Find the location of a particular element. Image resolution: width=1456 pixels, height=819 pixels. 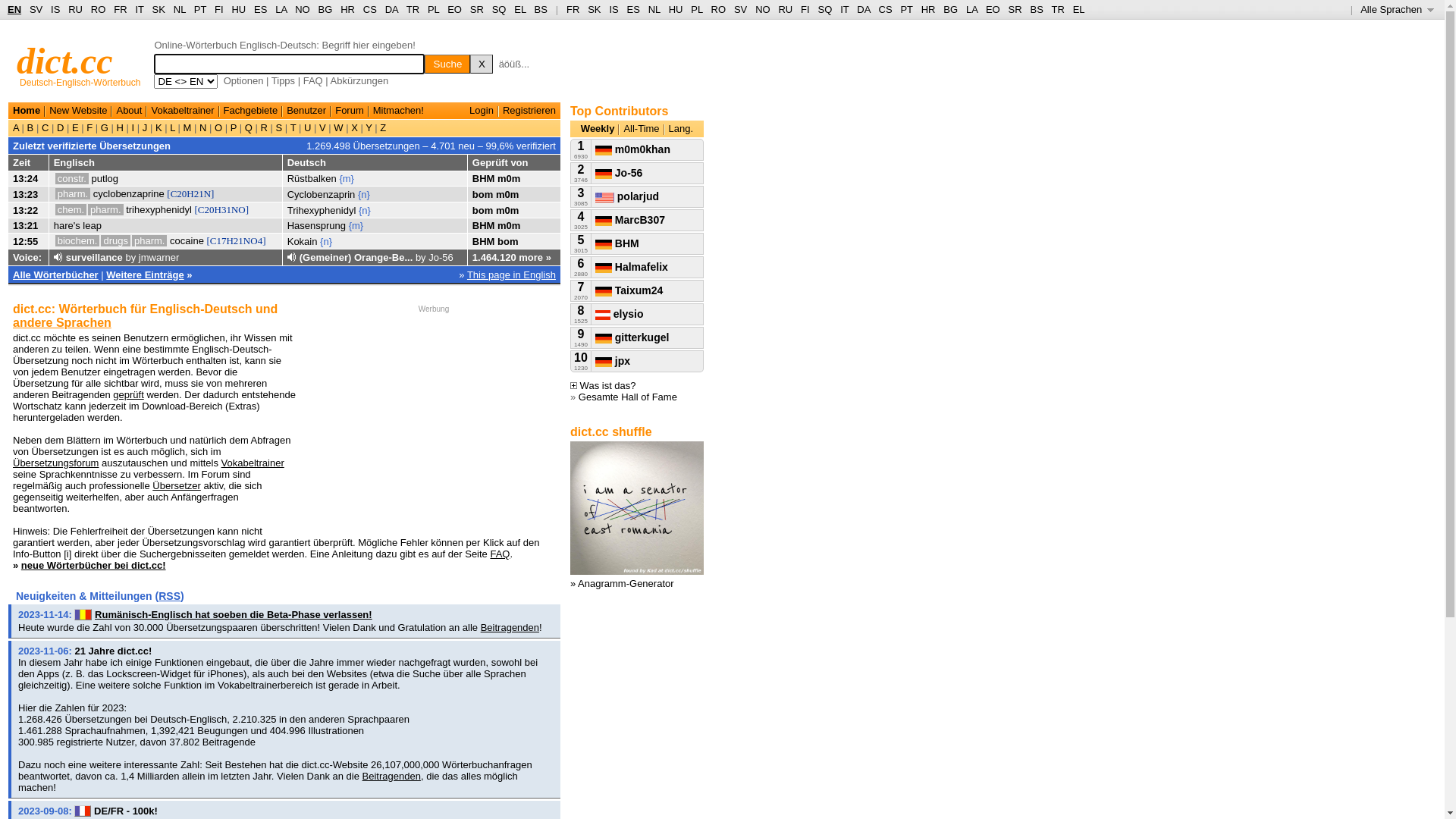

'J' is located at coordinates (145, 127).